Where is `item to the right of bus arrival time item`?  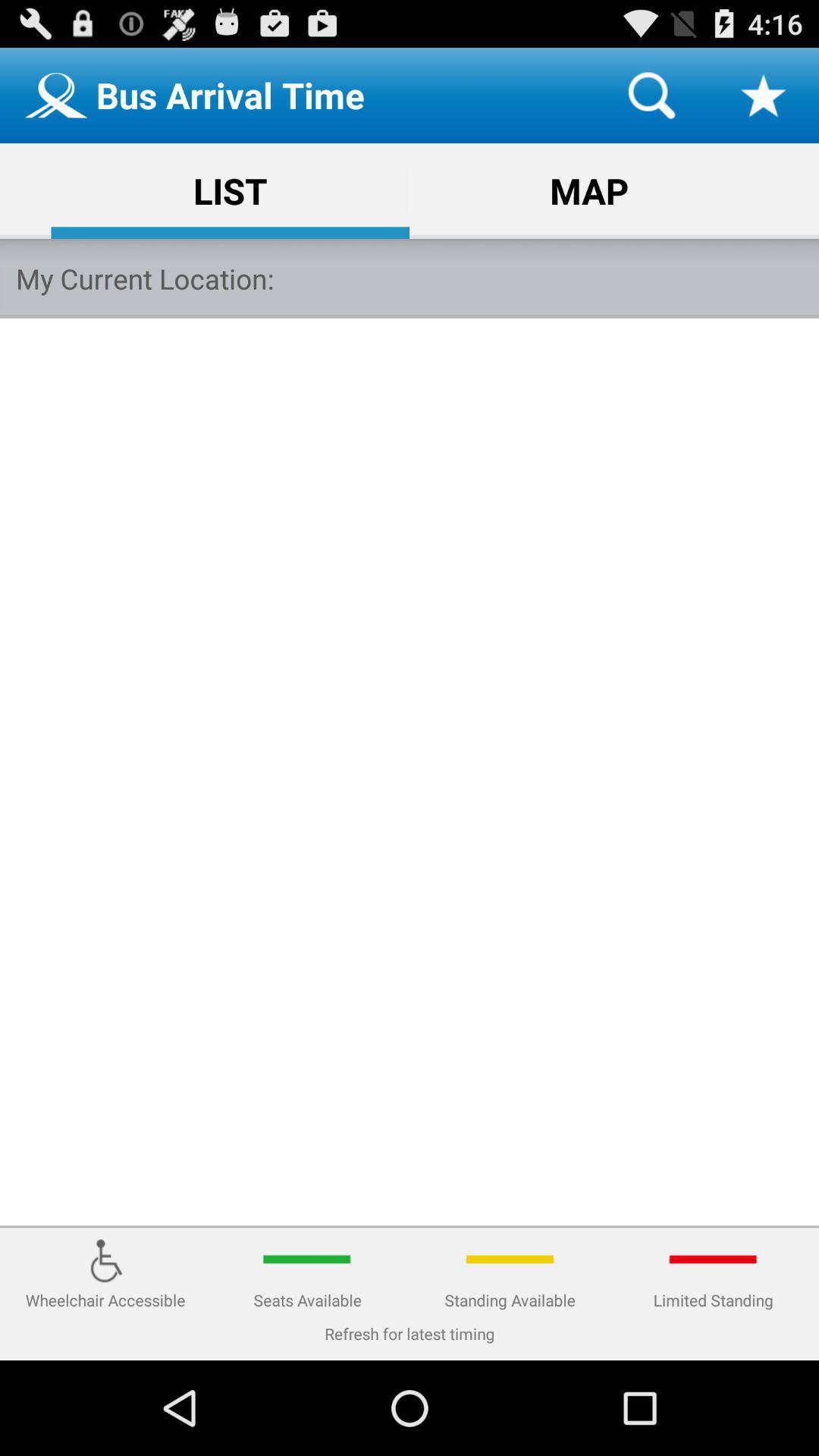 item to the right of bus arrival time item is located at coordinates (651, 94).